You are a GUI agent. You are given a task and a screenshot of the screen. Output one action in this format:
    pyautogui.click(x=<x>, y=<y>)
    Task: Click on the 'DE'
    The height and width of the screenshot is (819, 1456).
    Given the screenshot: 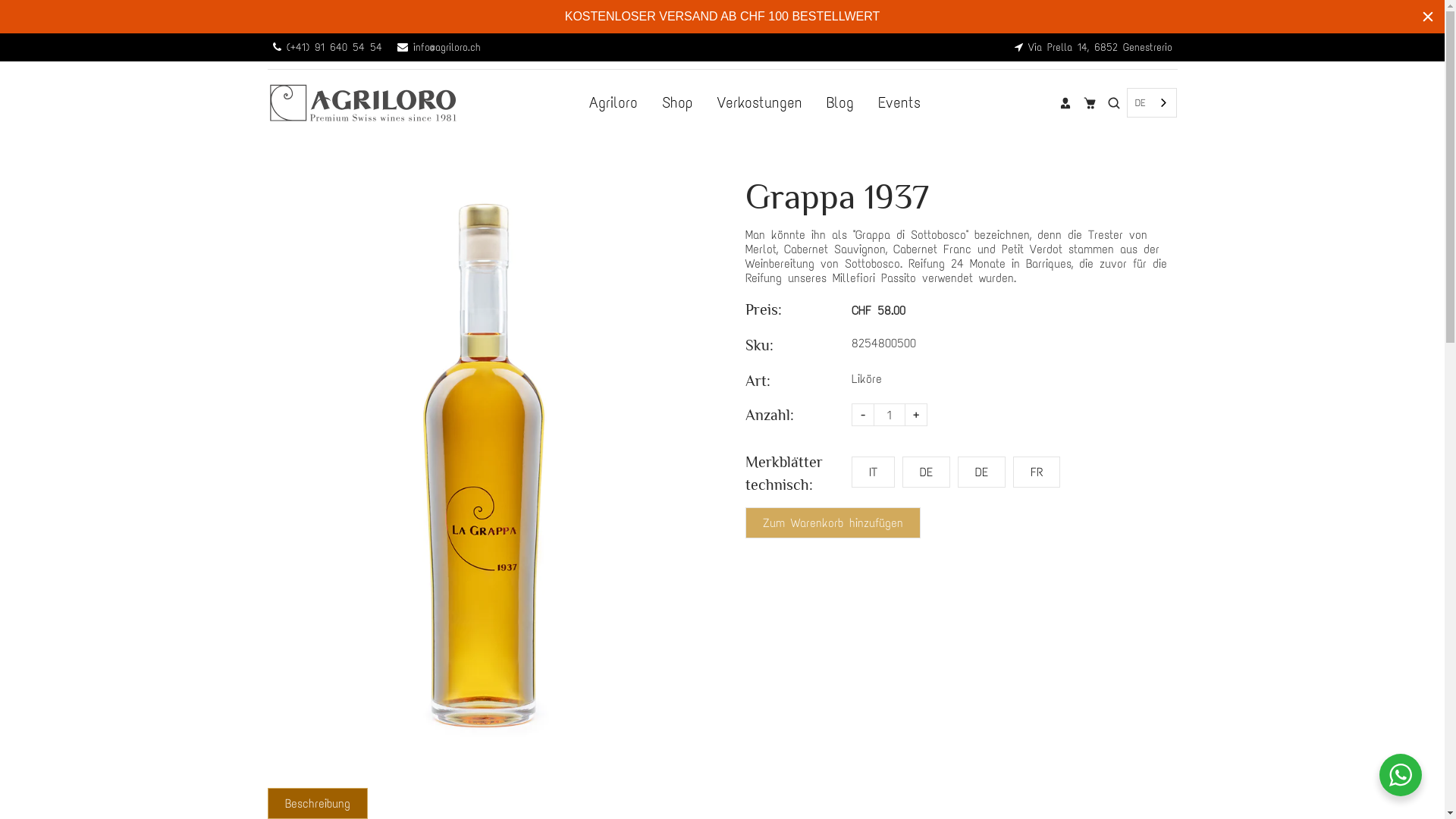 What is the action you would take?
    pyautogui.click(x=1150, y=102)
    